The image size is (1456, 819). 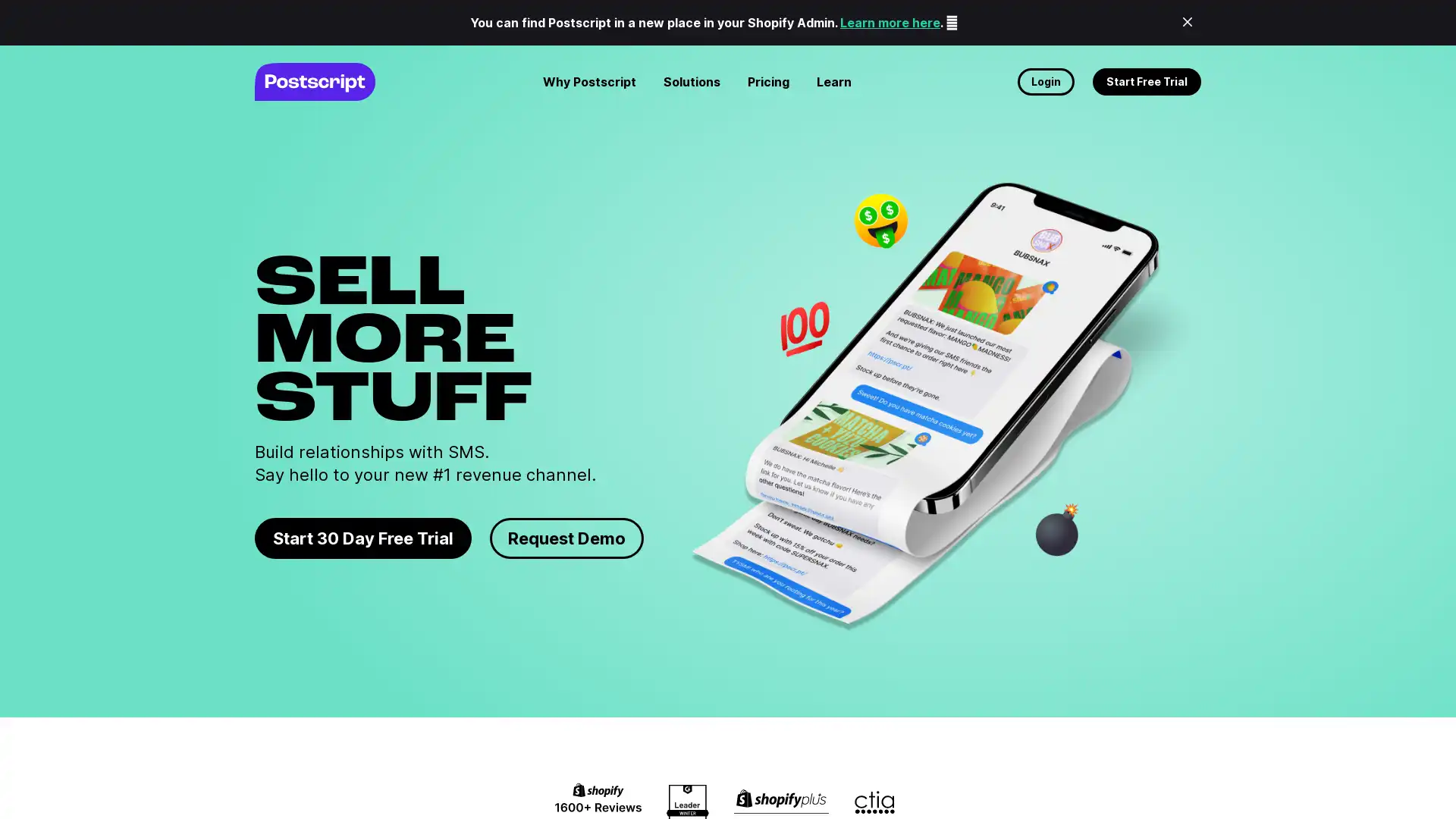 I want to click on Pricing, so click(x=767, y=81).